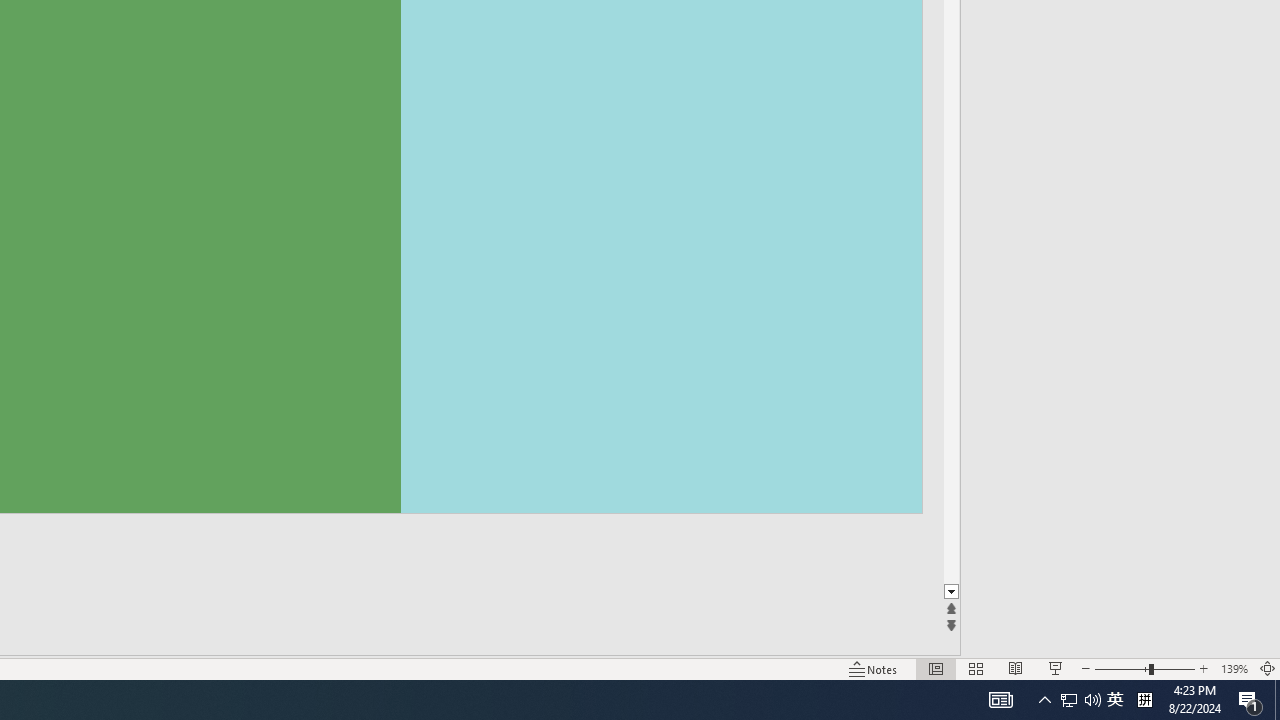  I want to click on 'Zoom 139%', so click(1233, 669).